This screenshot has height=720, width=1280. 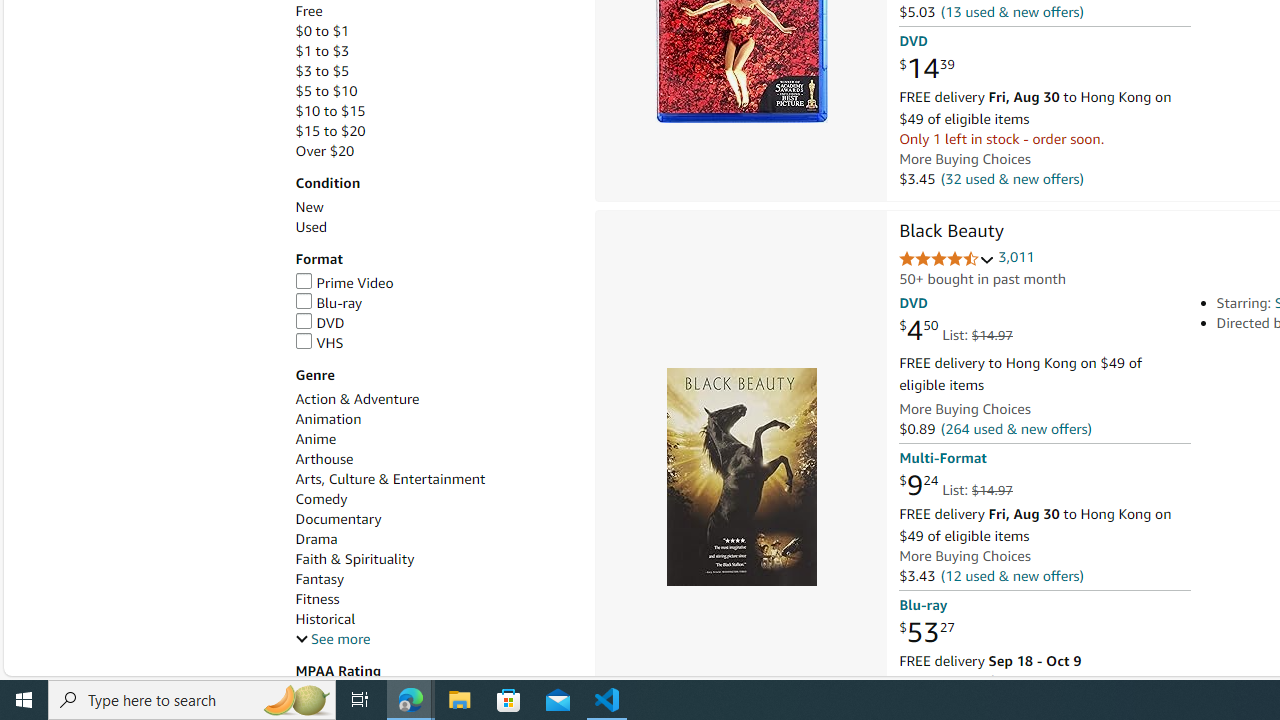 What do you see at coordinates (390, 479) in the screenshot?
I see `'Arts, Culture & Entertainment'` at bounding box center [390, 479].